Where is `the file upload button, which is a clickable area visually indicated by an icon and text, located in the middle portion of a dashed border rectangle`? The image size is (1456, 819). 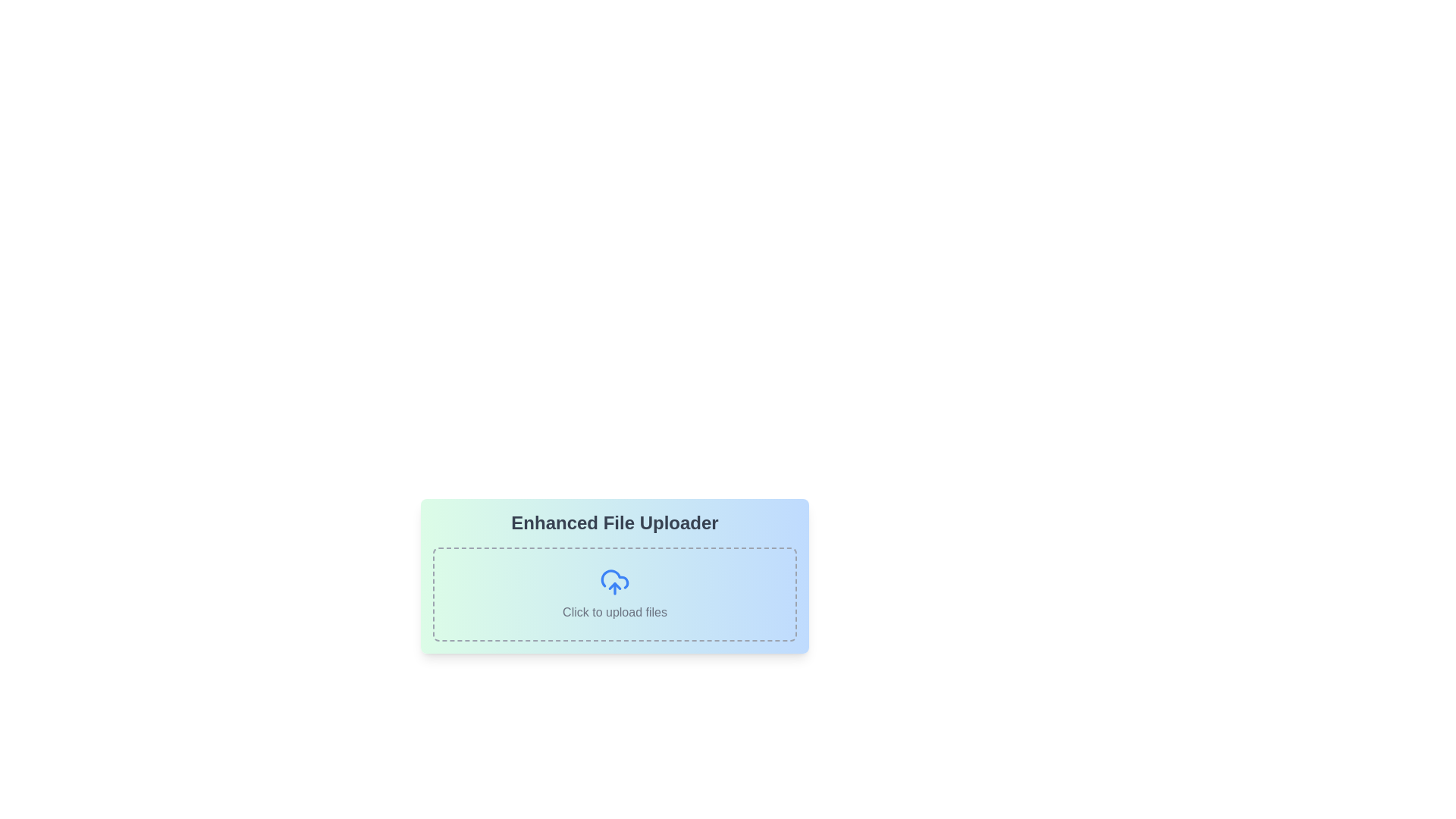
the file upload button, which is a clickable area visually indicated by an icon and text, located in the middle portion of a dashed border rectangle is located at coordinates (615, 592).